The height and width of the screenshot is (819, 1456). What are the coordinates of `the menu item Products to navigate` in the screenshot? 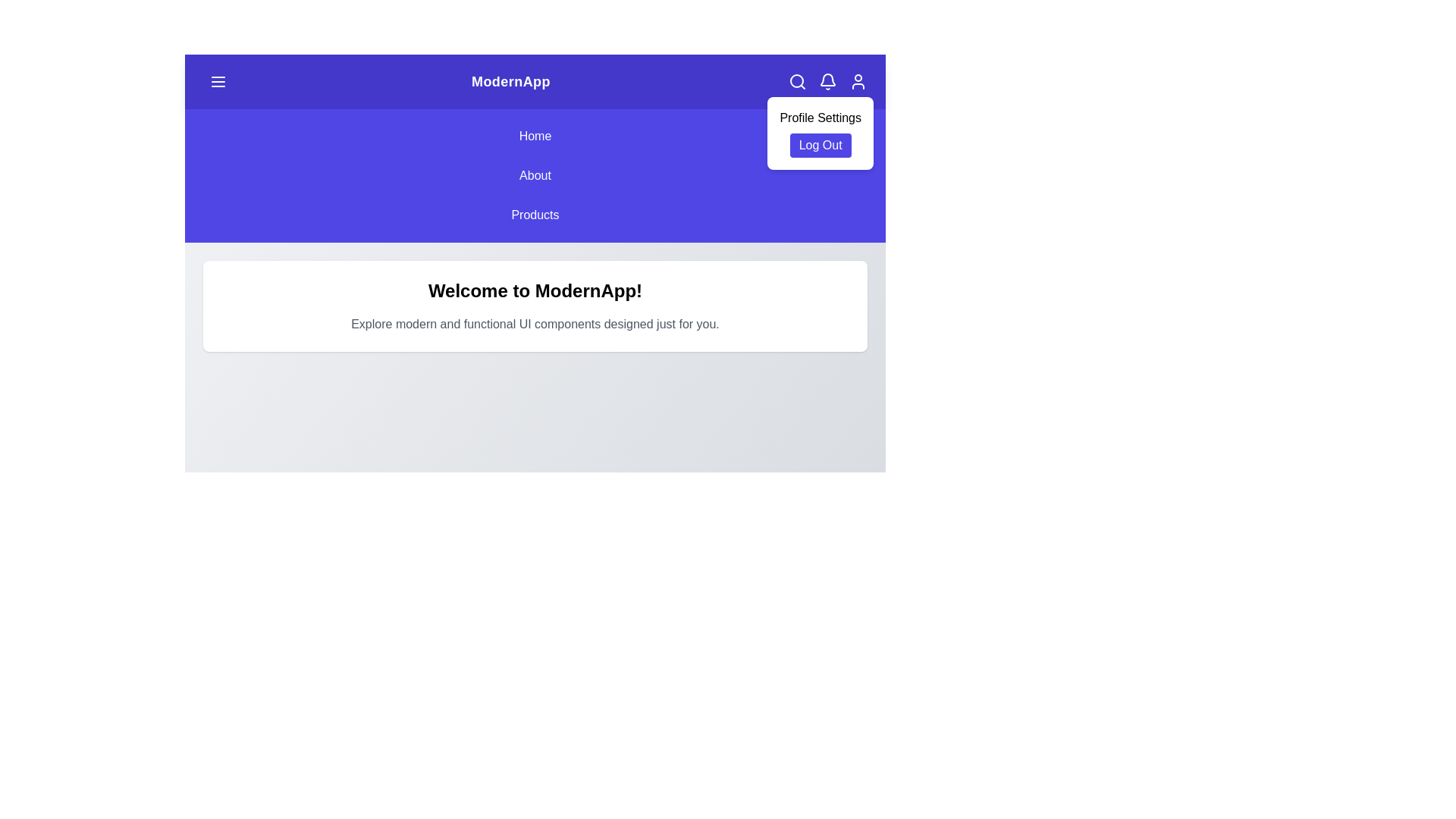 It's located at (535, 215).